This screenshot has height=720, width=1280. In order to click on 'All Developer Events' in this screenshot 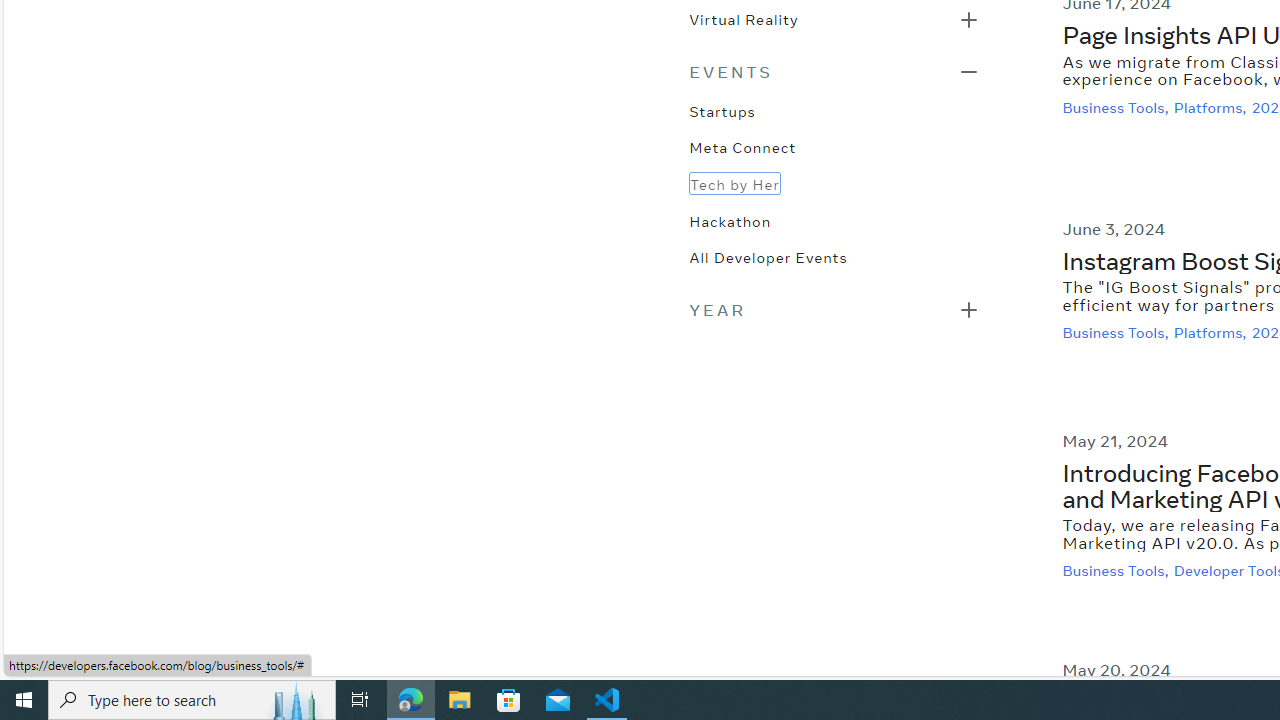, I will do `click(767, 254)`.